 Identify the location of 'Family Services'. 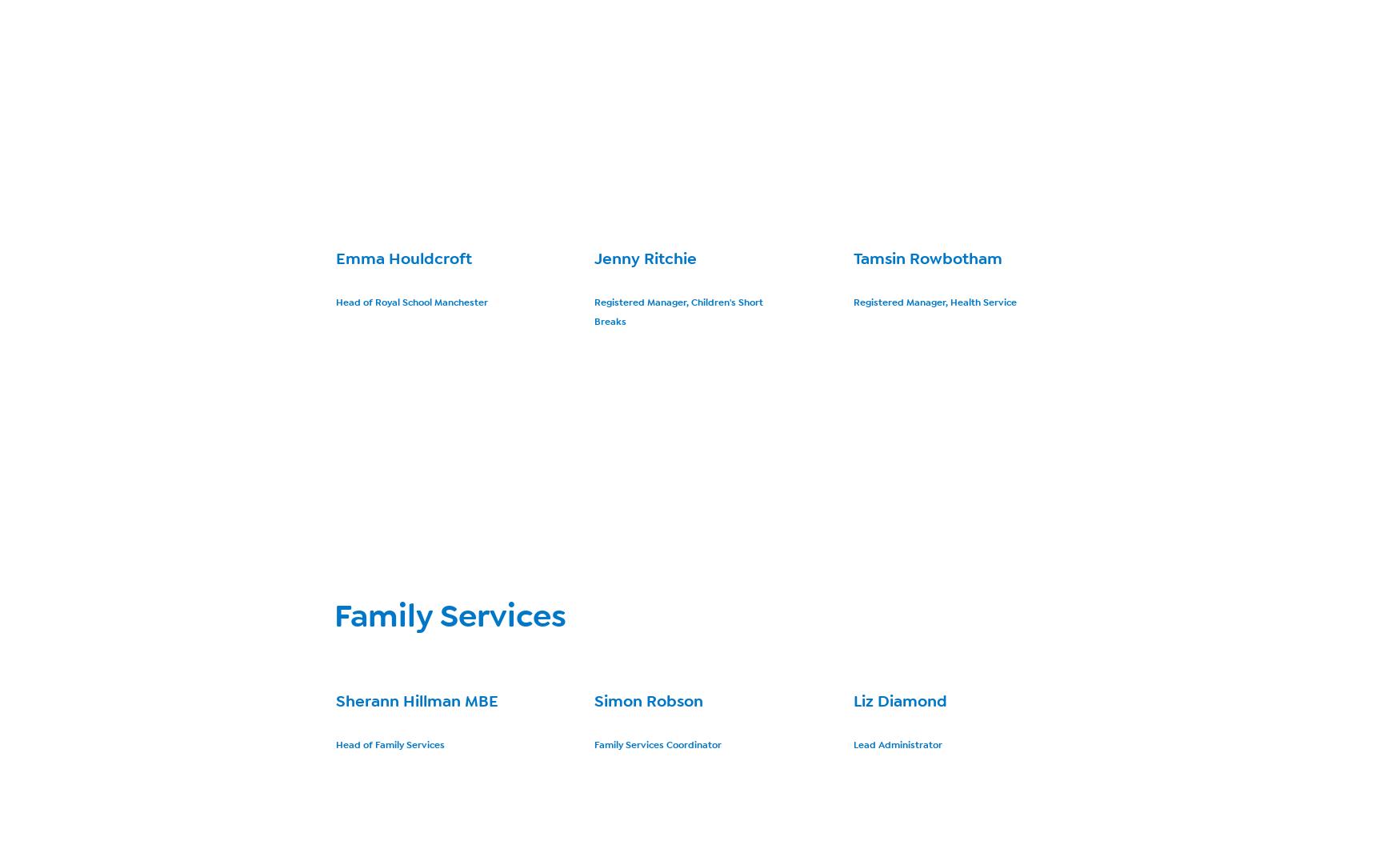
(448, 615).